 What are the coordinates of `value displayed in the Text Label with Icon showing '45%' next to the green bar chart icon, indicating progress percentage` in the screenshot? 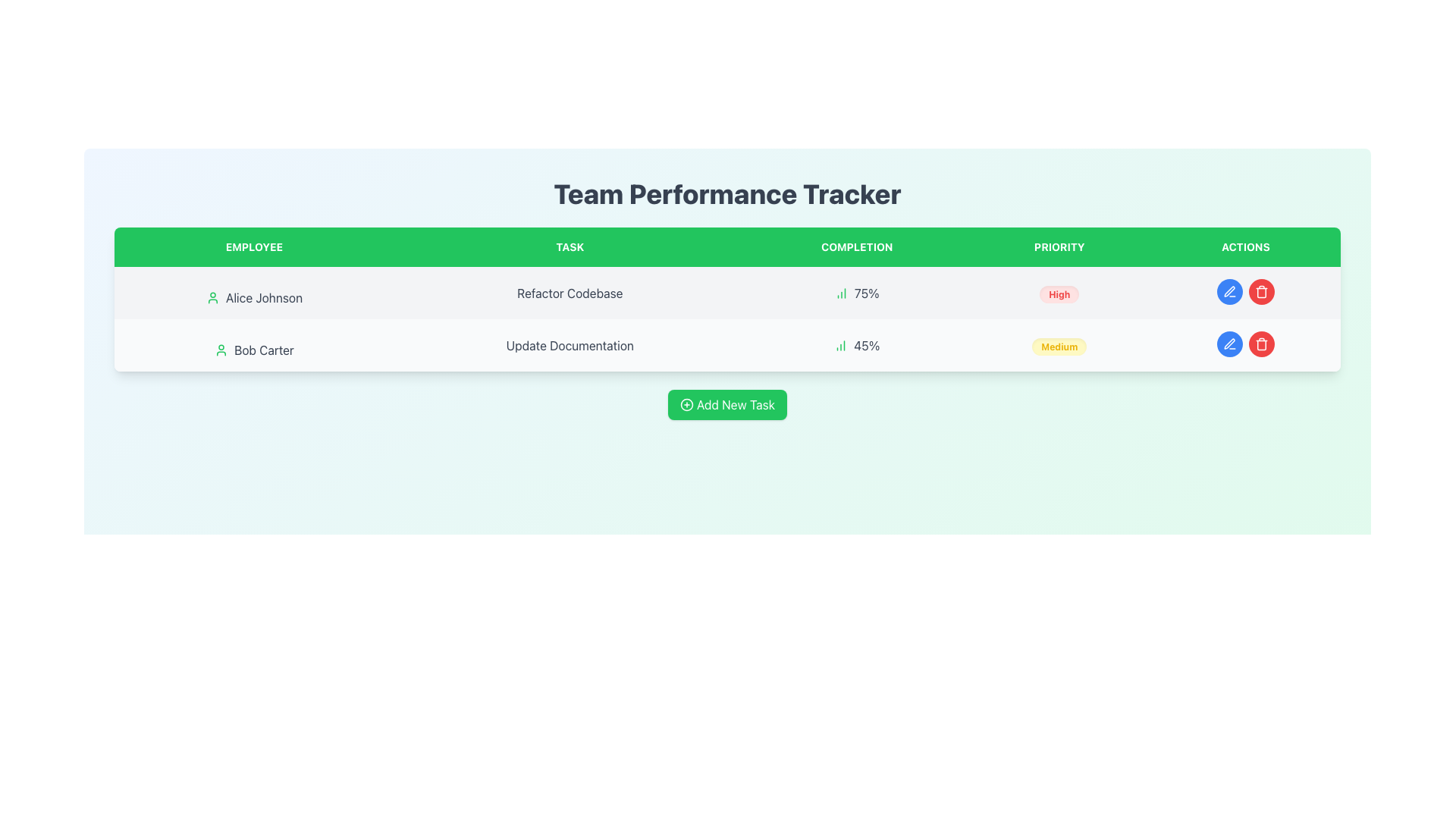 It's located at (857, 345).